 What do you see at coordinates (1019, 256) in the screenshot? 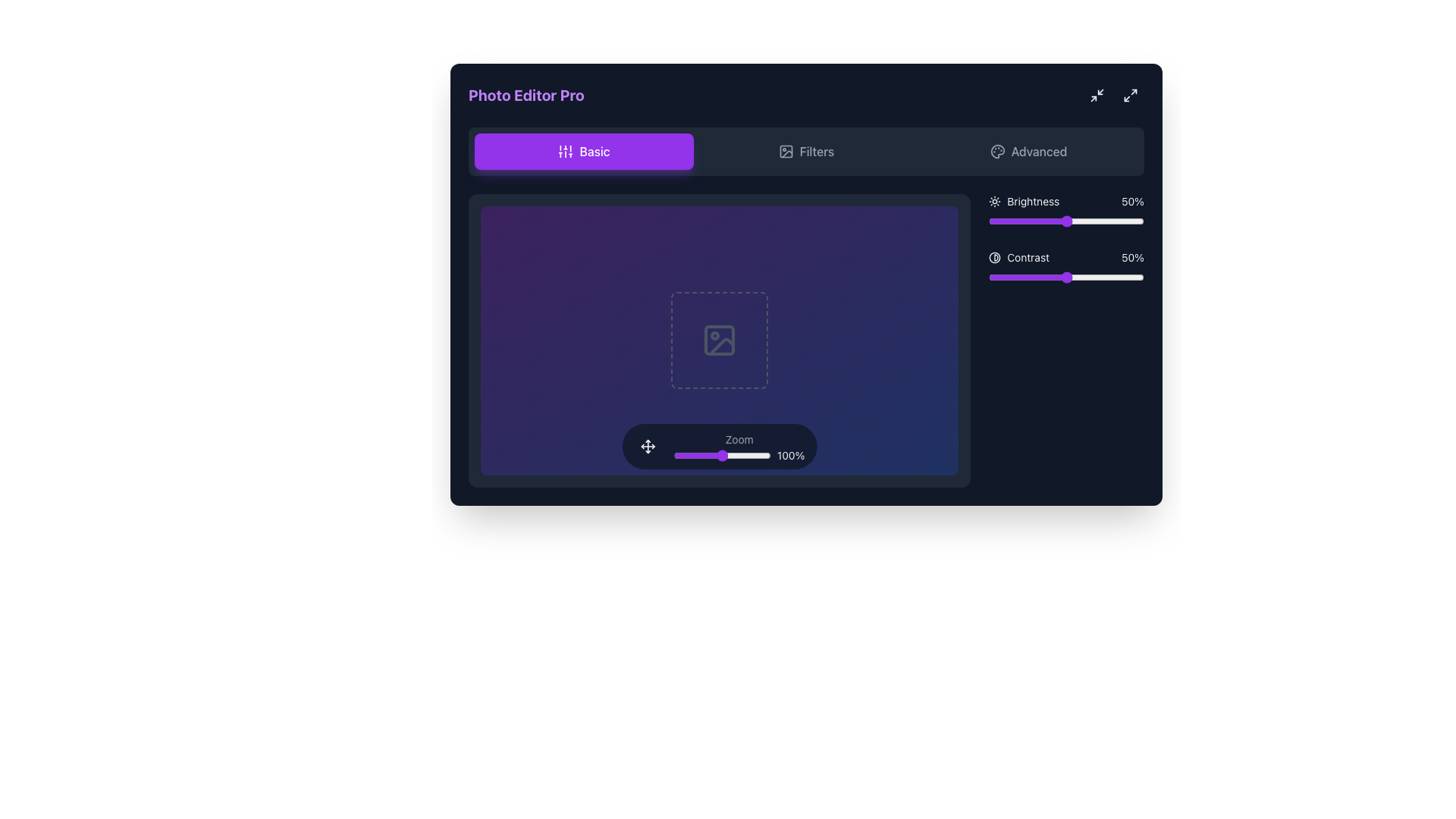
I see `'Contrast' static label with an informational icon, which is positioned below the 'Brightness' control on the right panel` at bounding box center [1019, 256].